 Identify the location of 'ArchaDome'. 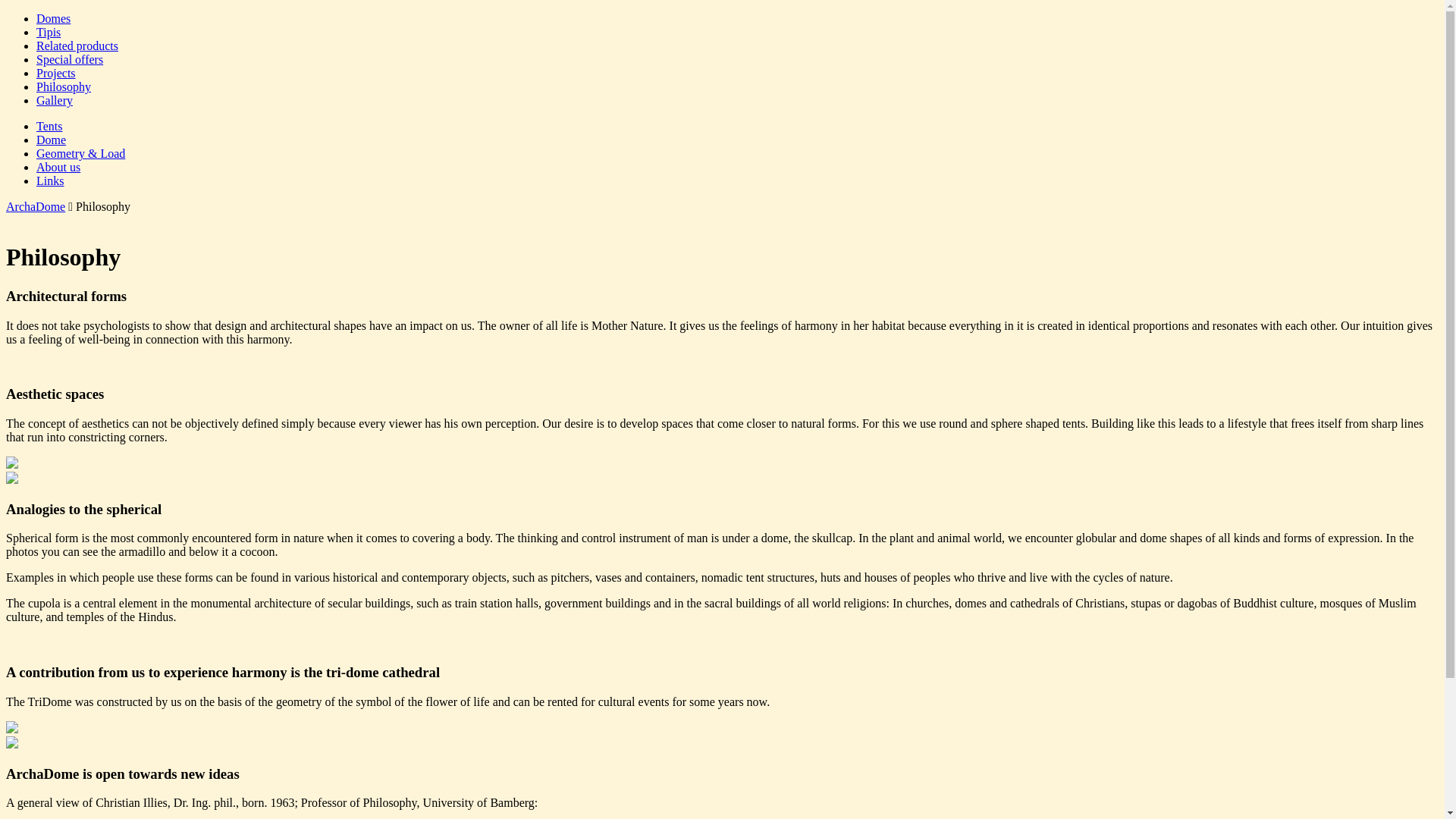
(36, 206).